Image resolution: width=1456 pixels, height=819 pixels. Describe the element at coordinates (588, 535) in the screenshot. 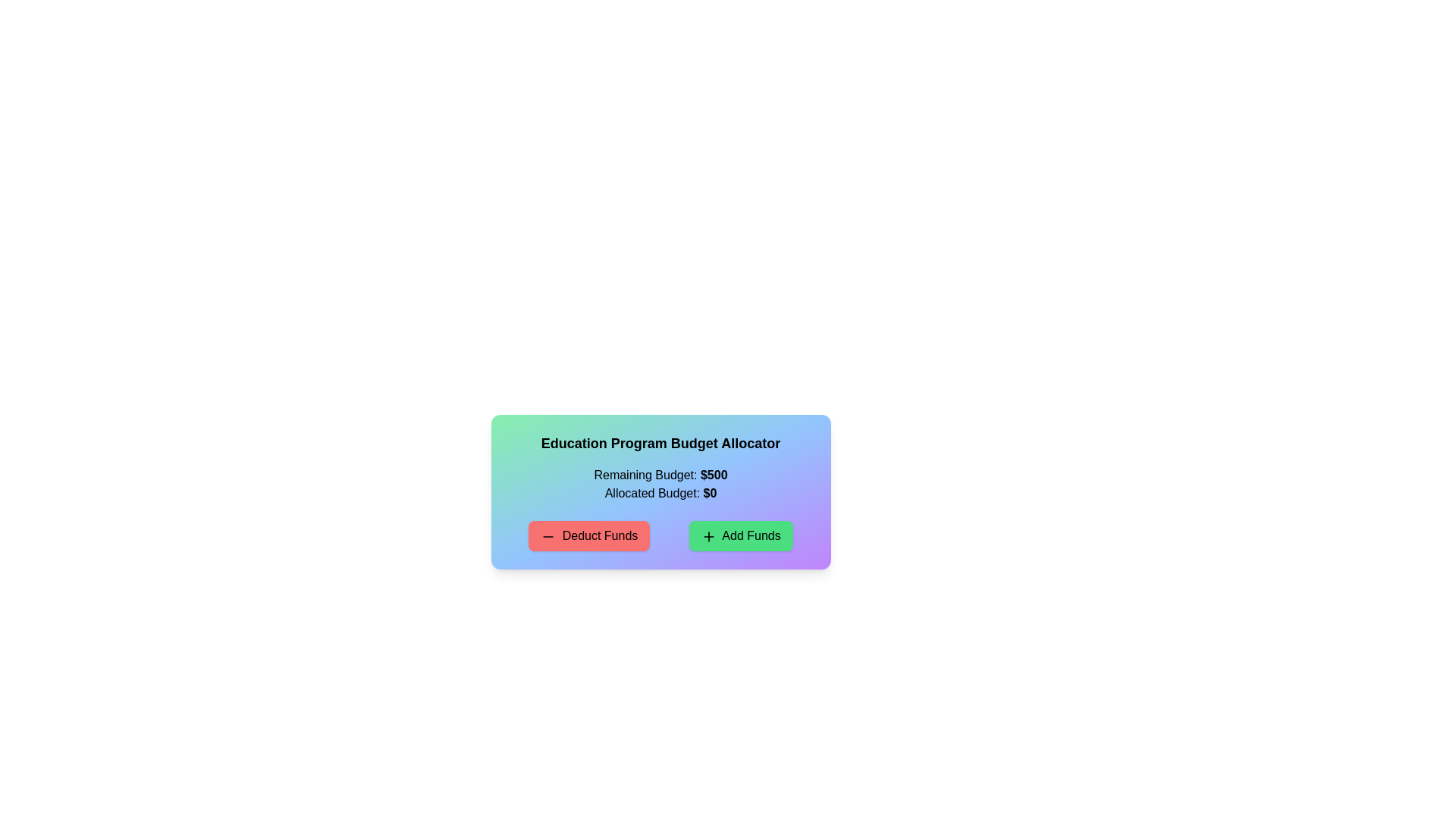

I see `the fund deduction button located at the bottom section of the interface, positioned to the left of the 'Add Funds' button` at that location.